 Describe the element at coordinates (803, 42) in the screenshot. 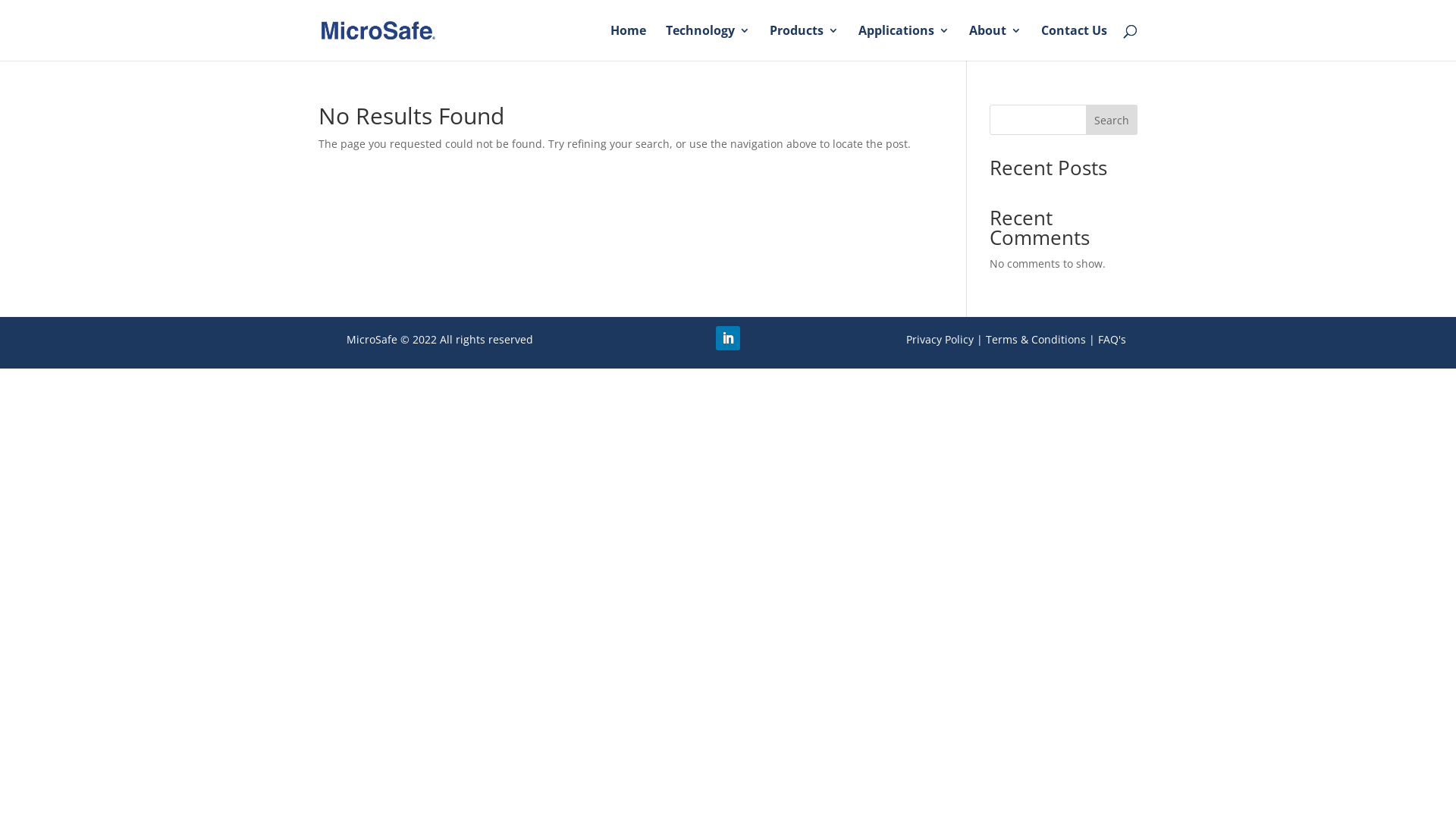

I see `'Products'` at that location.